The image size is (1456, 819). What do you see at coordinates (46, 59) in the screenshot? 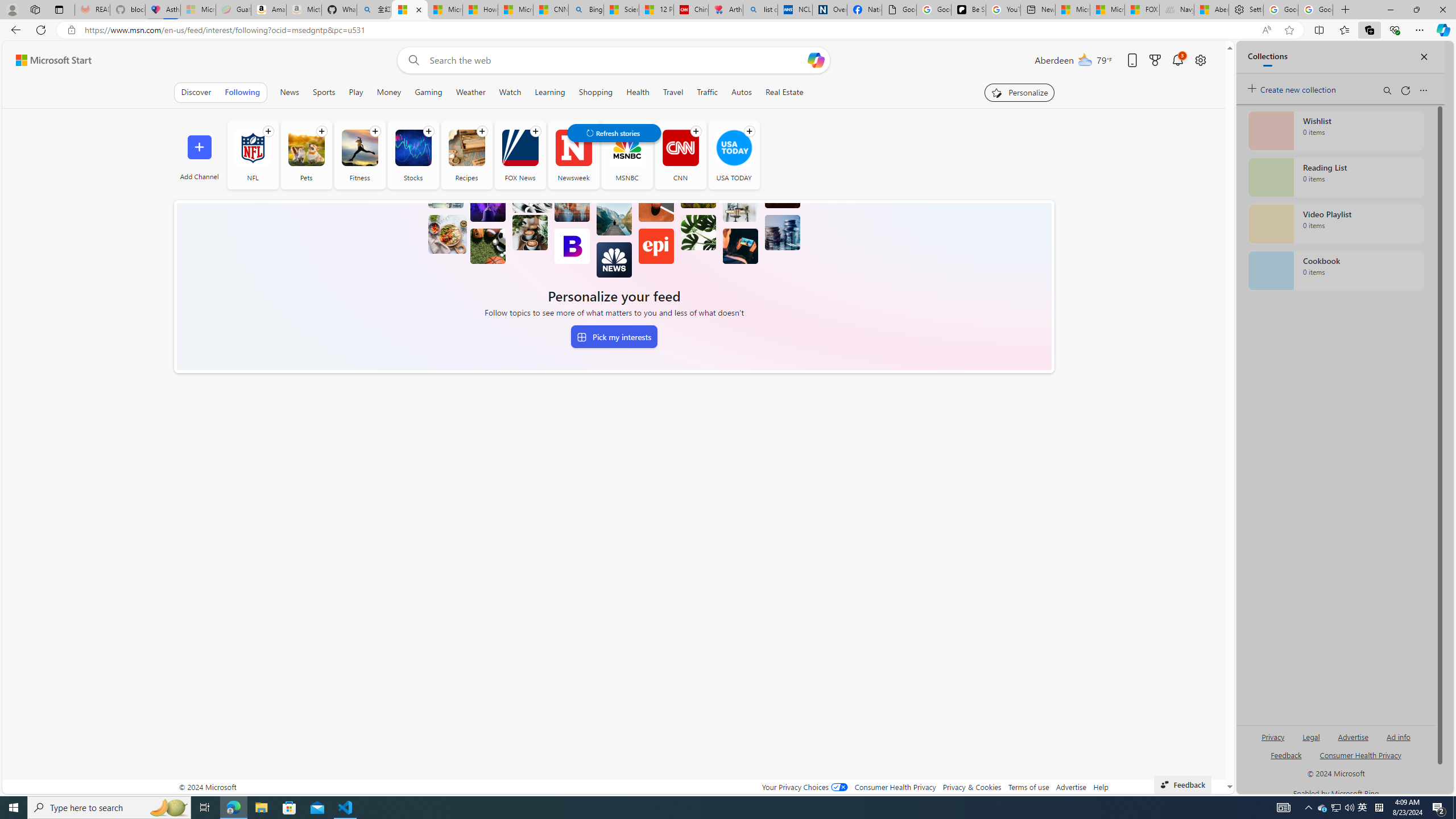
I see `'Skip to footer'` at bounding box center [46, 59].